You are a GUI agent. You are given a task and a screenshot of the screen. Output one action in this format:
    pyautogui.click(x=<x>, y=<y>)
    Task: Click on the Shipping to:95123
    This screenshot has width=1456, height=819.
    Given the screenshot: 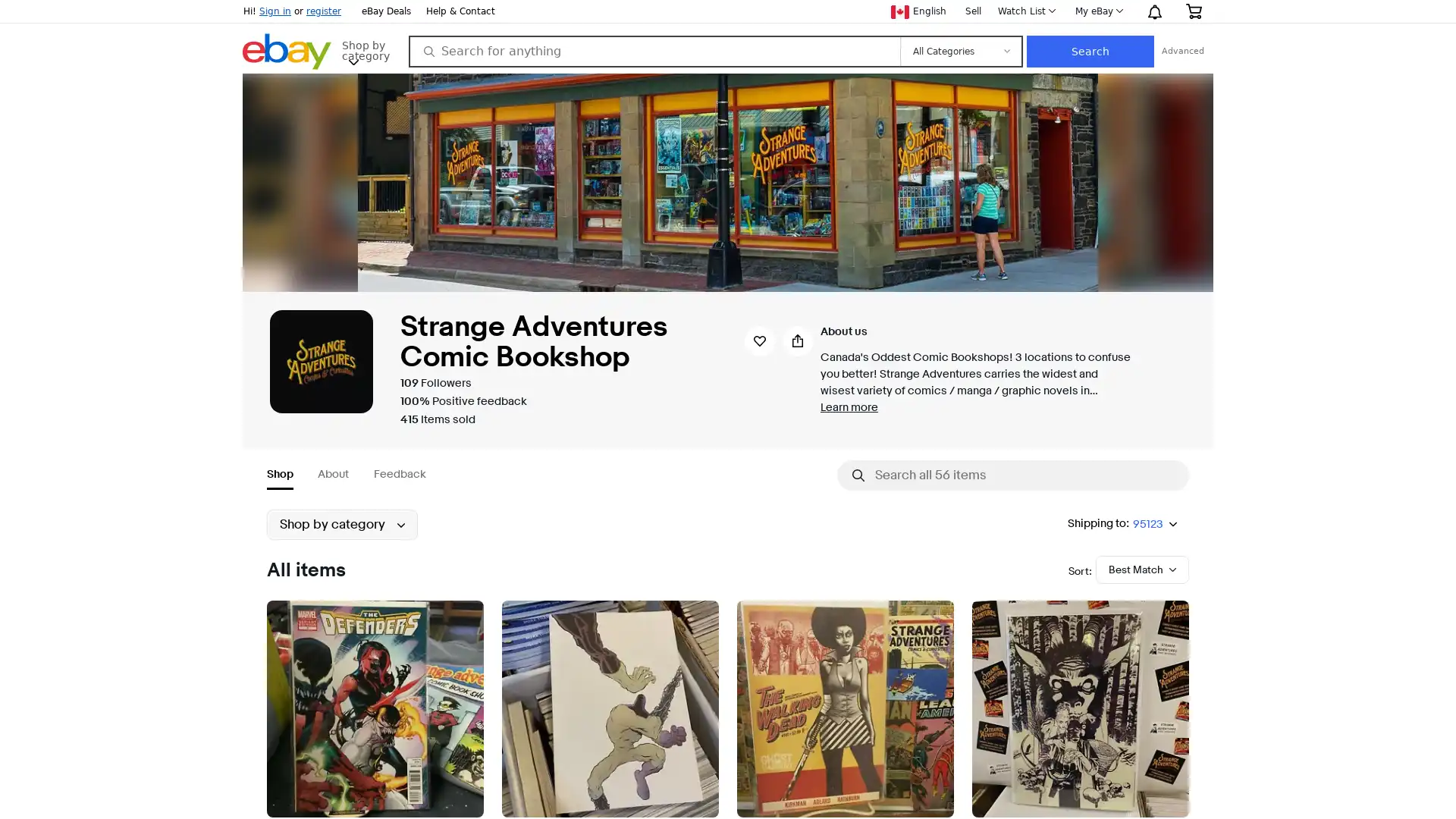 What is the action you would take?
    pyautogui.click(x=1119, y=522)
    